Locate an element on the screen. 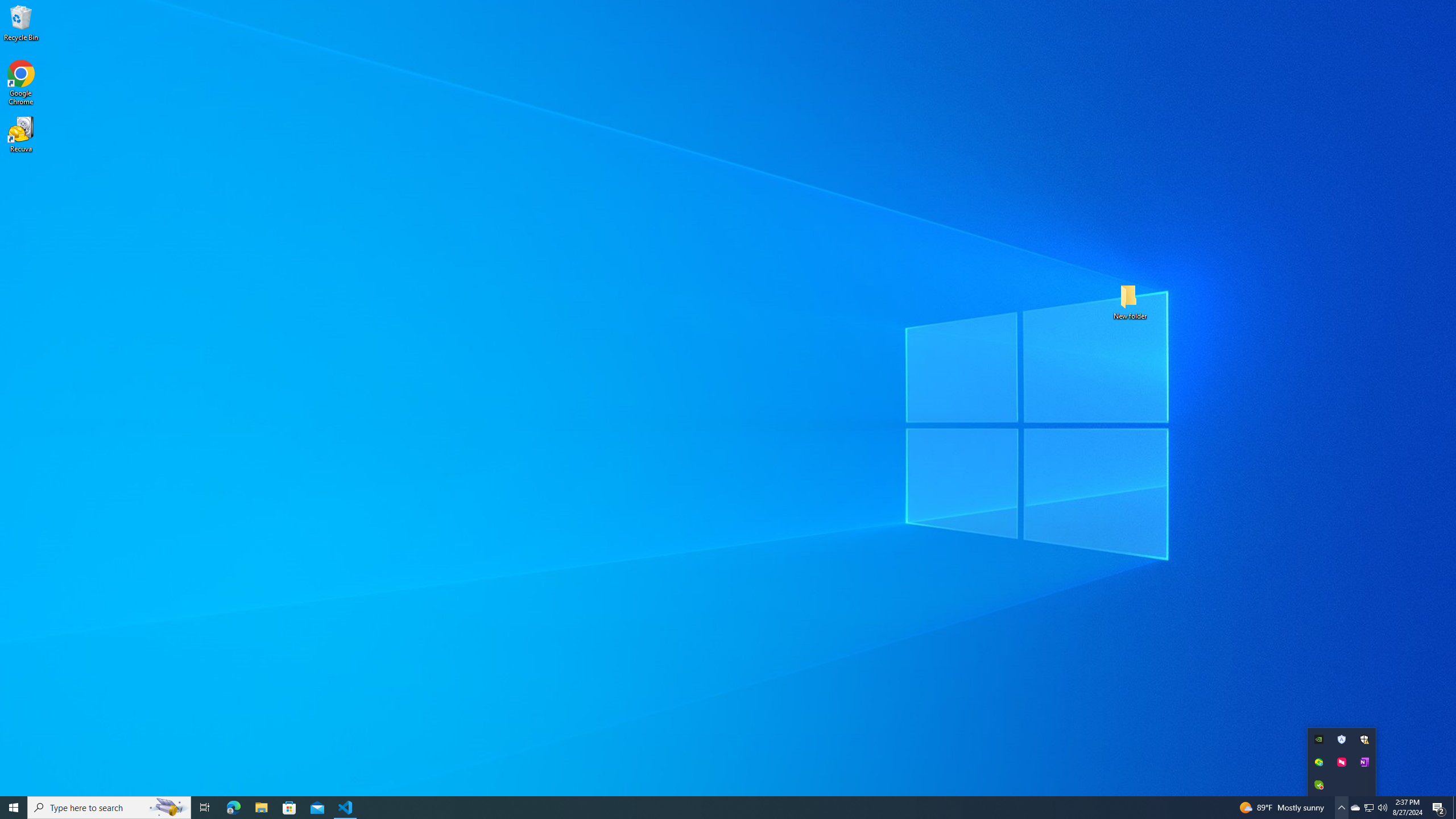 The image size is (1456, 819). 'Windows Security - Actions recommended.' is located at coordinates (1363, 739).